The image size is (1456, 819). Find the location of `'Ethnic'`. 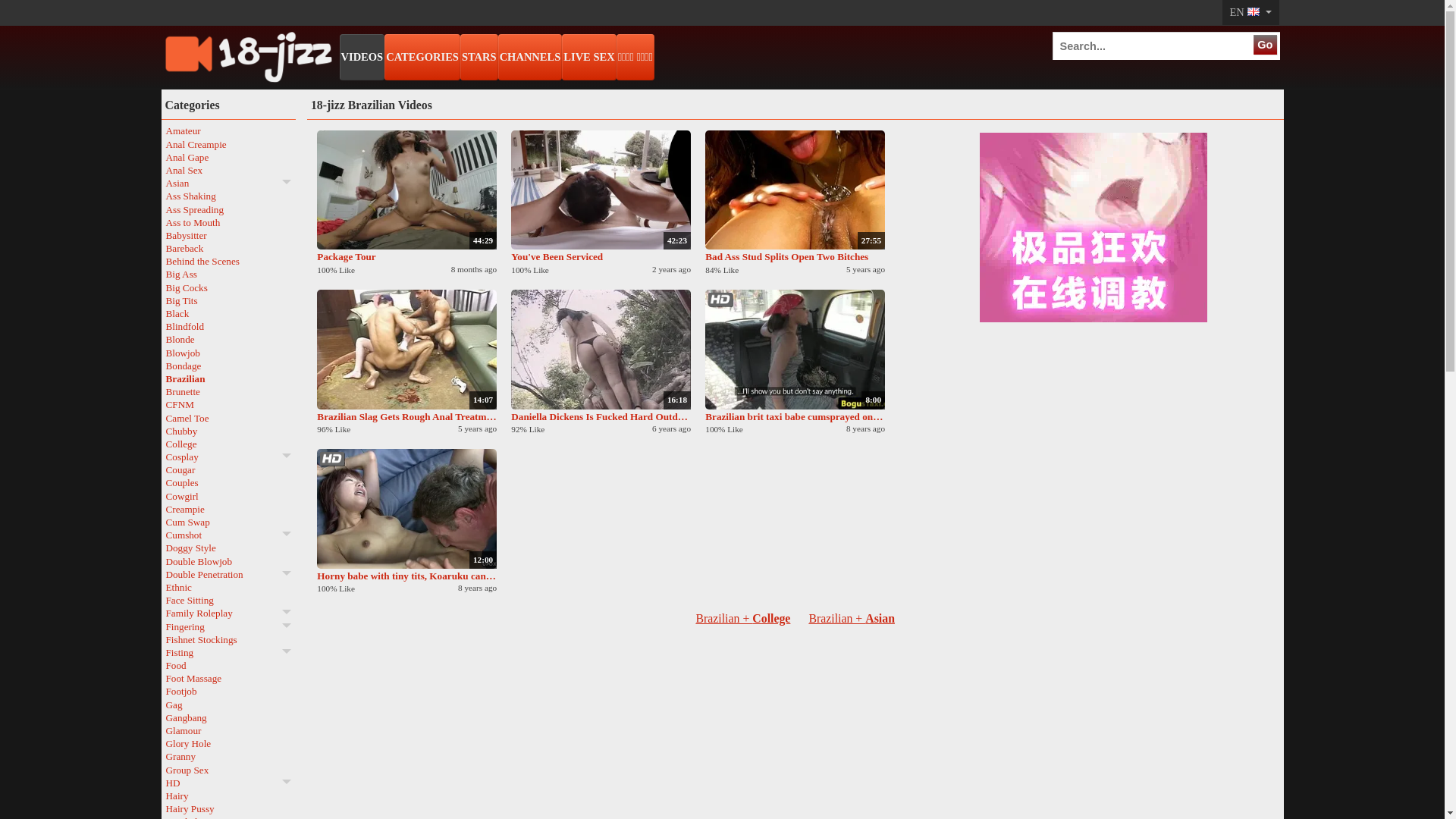

'Ethnic' is located at coordinates (227, 586).